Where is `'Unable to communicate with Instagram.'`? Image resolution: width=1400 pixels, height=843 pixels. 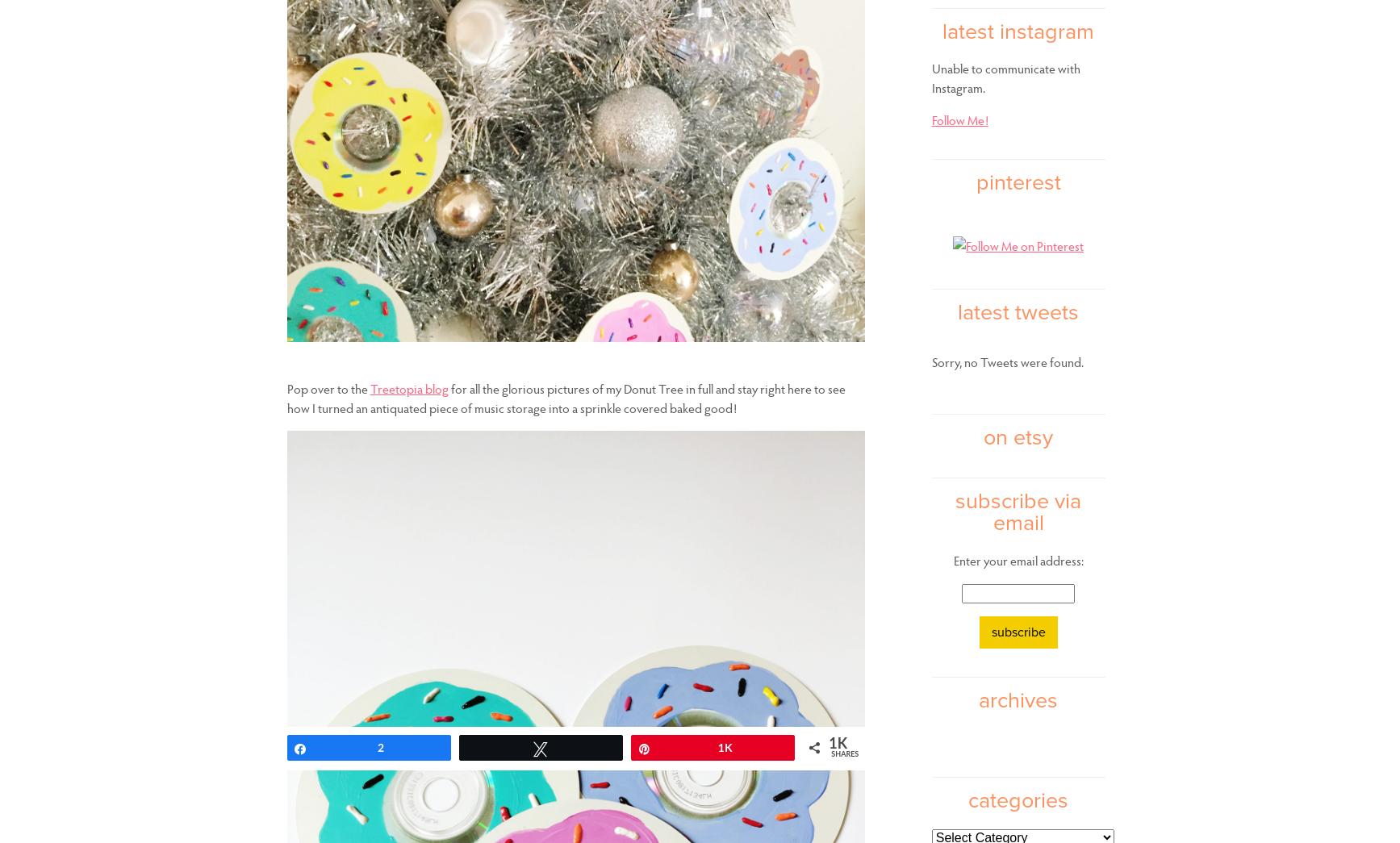
'Unable to communicate with Instagram.' is located at coordinates (1005, 77).